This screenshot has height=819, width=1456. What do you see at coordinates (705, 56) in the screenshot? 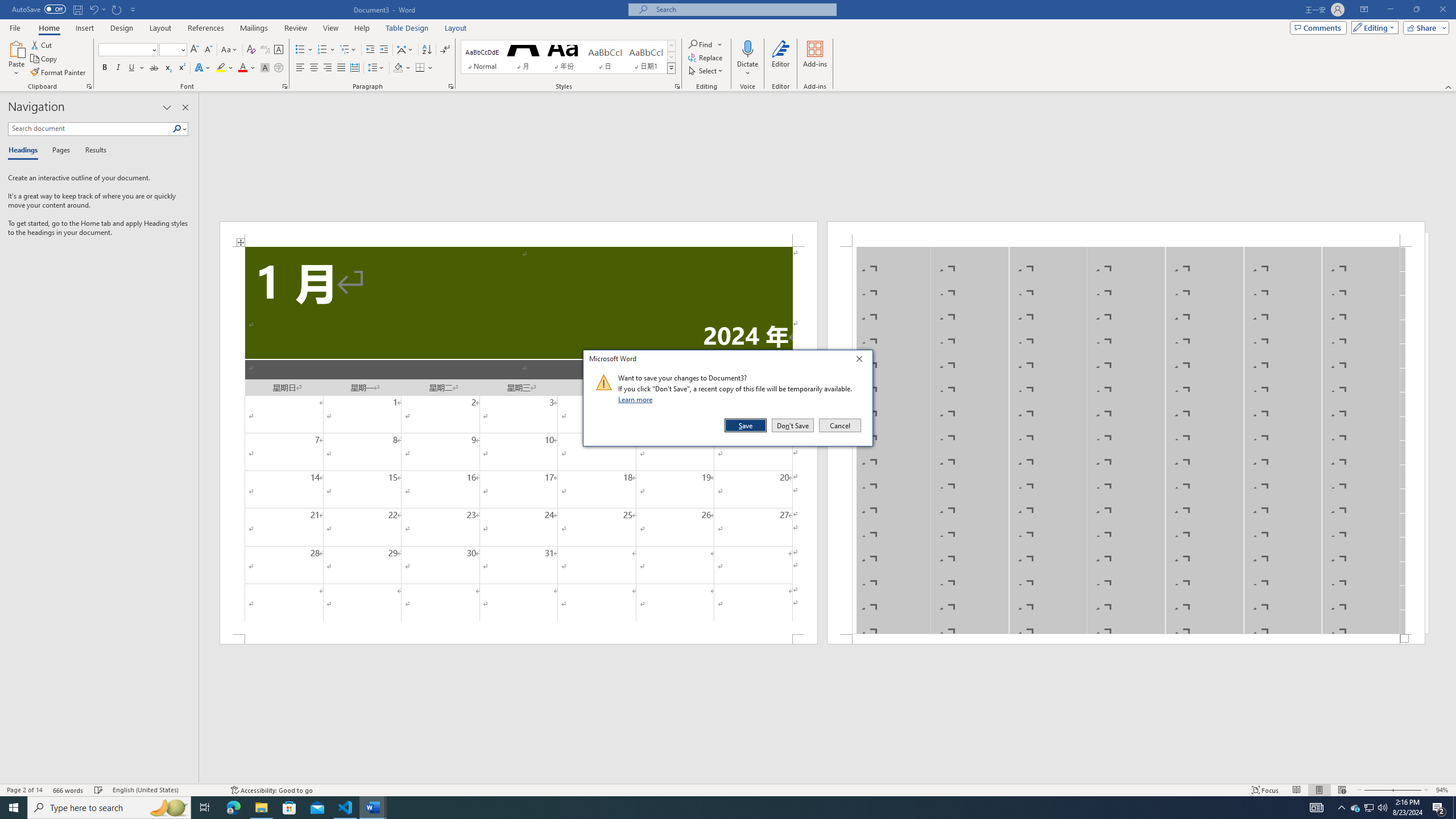
I see `'Replace...'` at bounding box center [705, 56].